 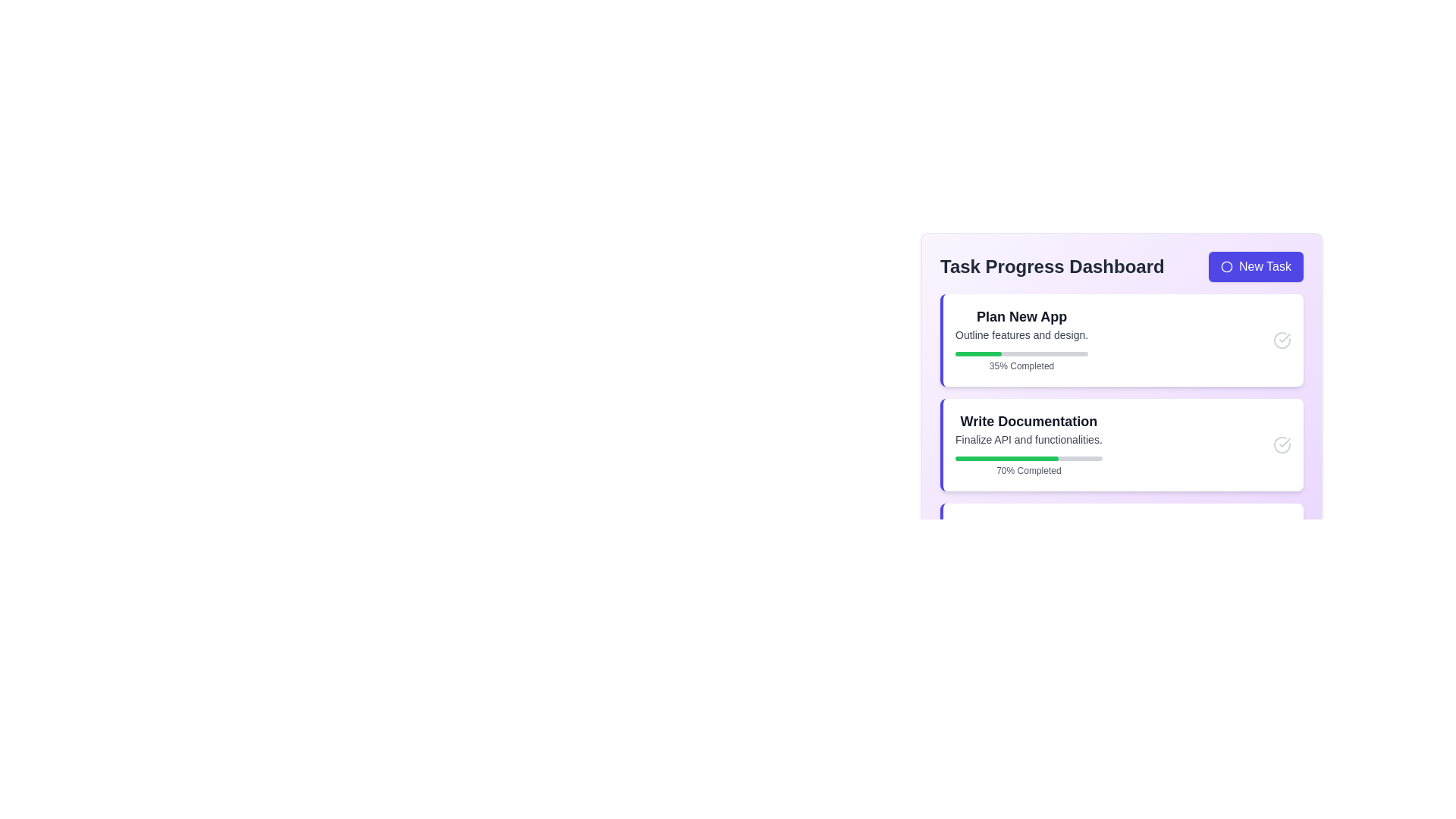 What do you see at coordinates (1281, 339) in the screenshot?
I see `the circular icon with a checkmark located at the top-right corner of the 'Plan New App' card to mark the task as completed` at bounding box center [1281, 339].